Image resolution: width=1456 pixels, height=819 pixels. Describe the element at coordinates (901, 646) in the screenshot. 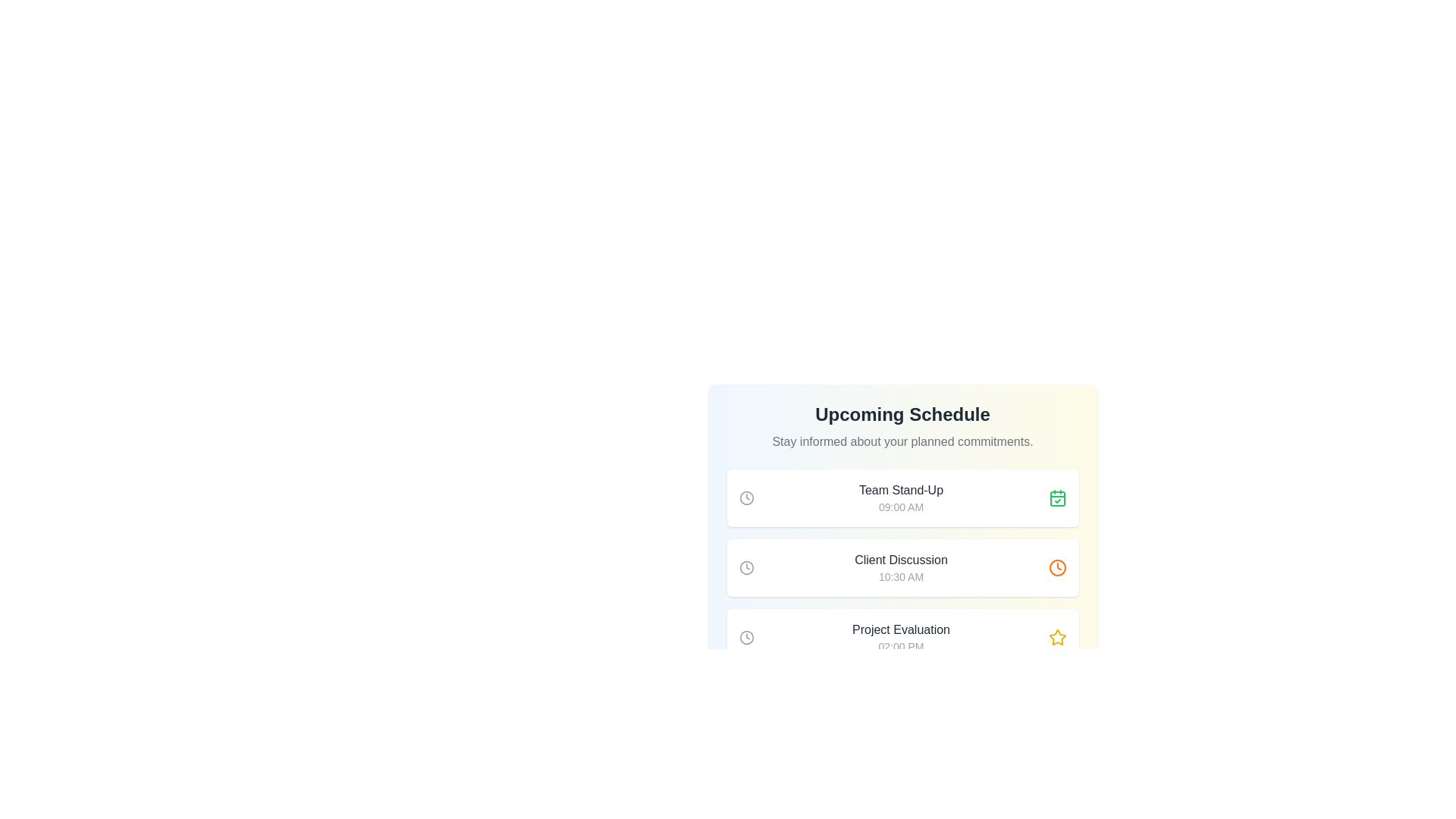

I see `the text label displaying '02:00 PM', which is styled in small gray font and positioned directly below the 'Project Evaluation' text label in a list of events` at that location.